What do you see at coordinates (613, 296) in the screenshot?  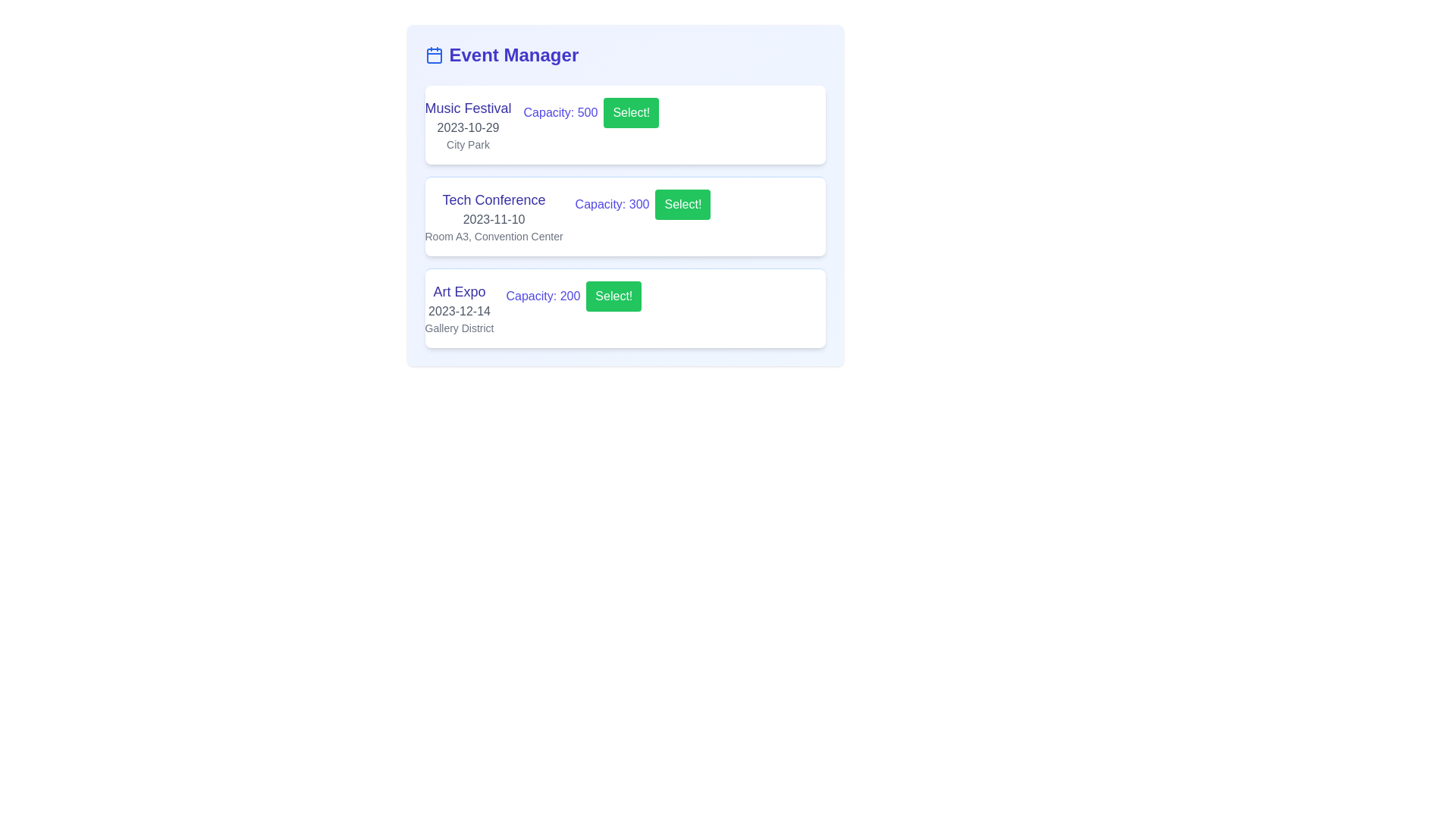 I see `the green rectangular button labeled 'Select!' located in the third event entry of the list under the 'Event Manager' title` at bounding box center [613, 296].